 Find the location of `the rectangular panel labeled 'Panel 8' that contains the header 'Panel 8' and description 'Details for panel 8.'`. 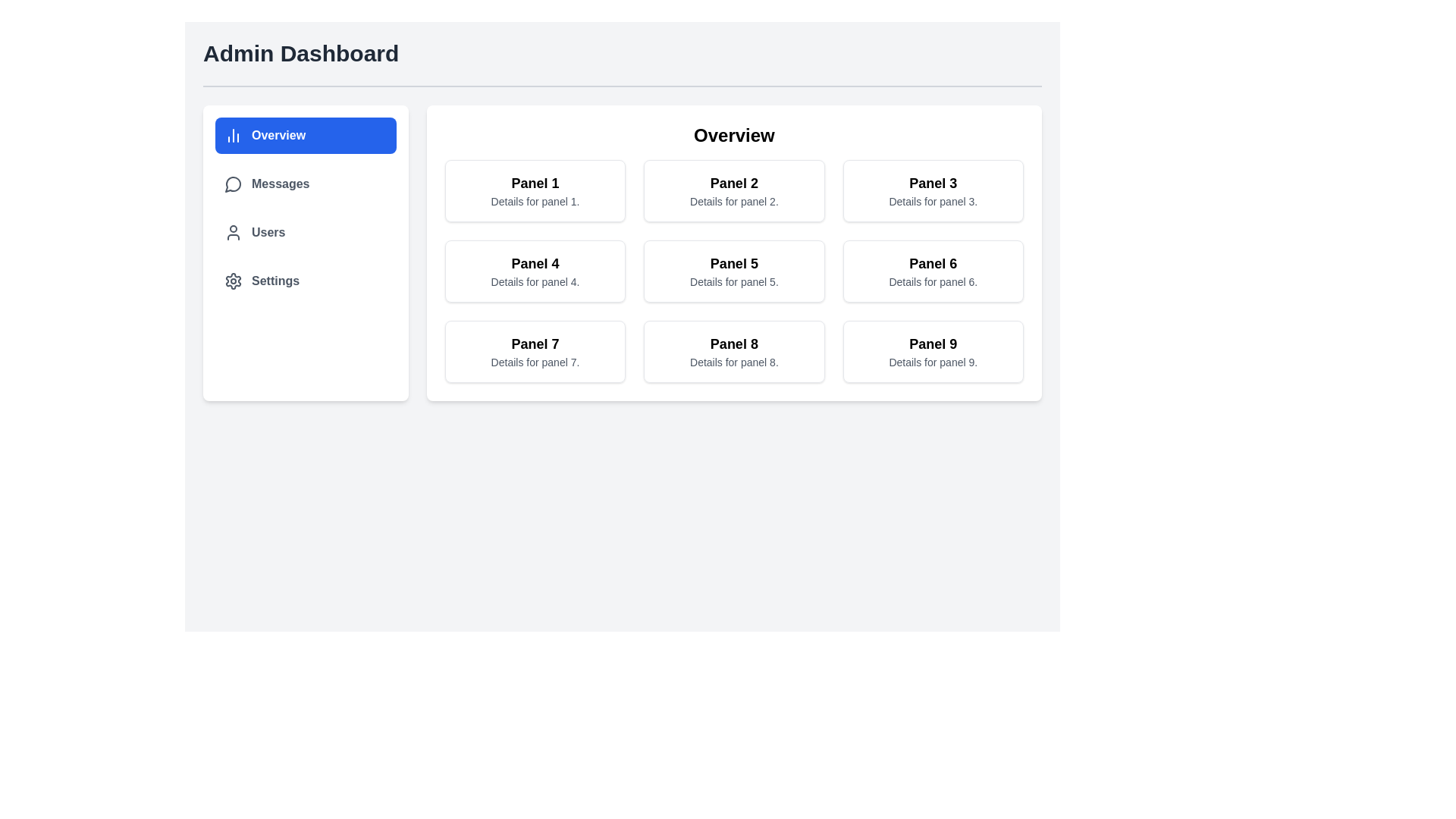

the rectangular panel labeled 'Panel 8' that contains the header 'Panel 8' and description 'Details for panel 8.' is located at coordinates (734, 351).